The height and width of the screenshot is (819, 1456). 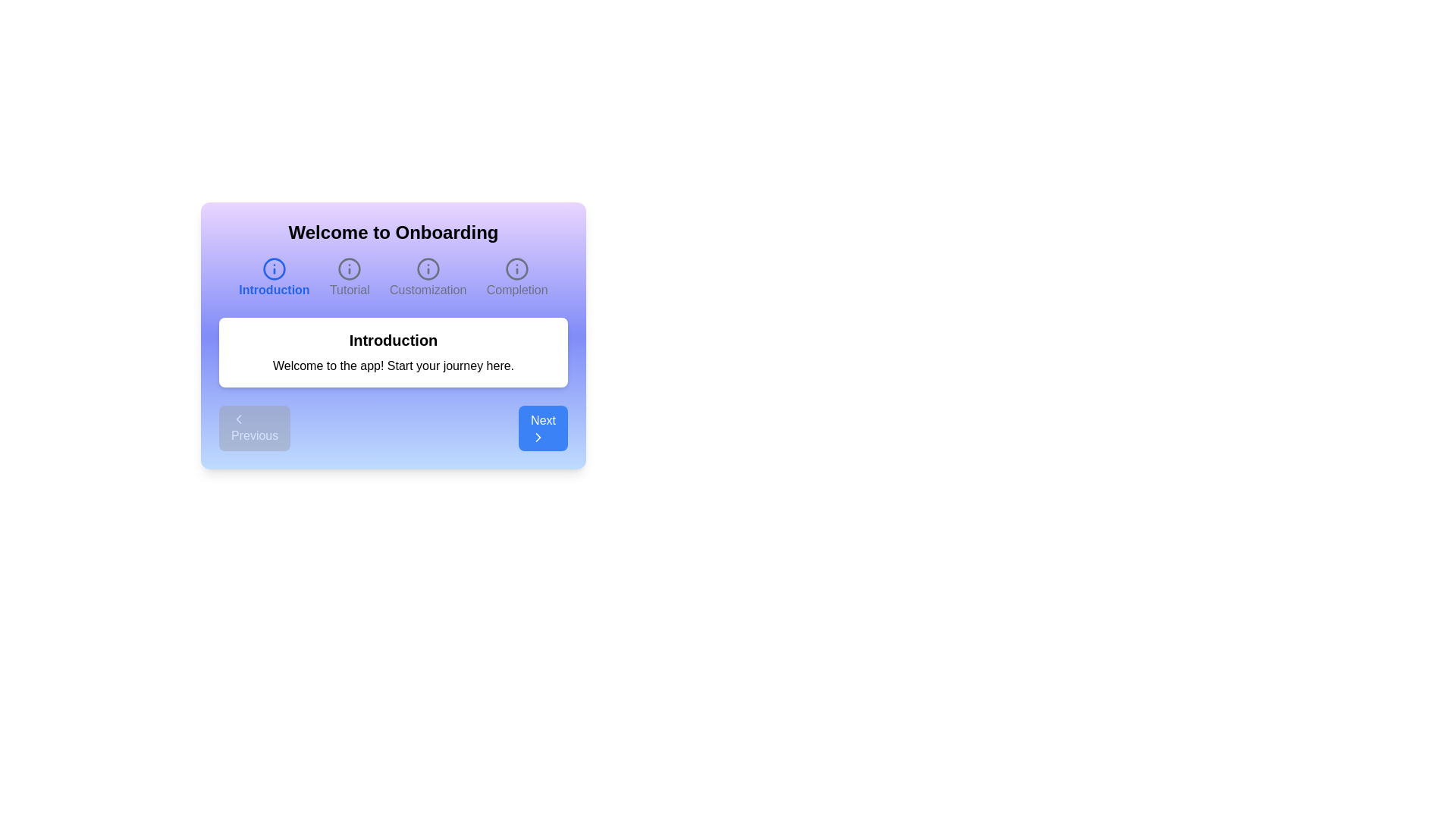 I want to click on the heading text element located at the top center of the onboarding section, so click(x=393, y=233).